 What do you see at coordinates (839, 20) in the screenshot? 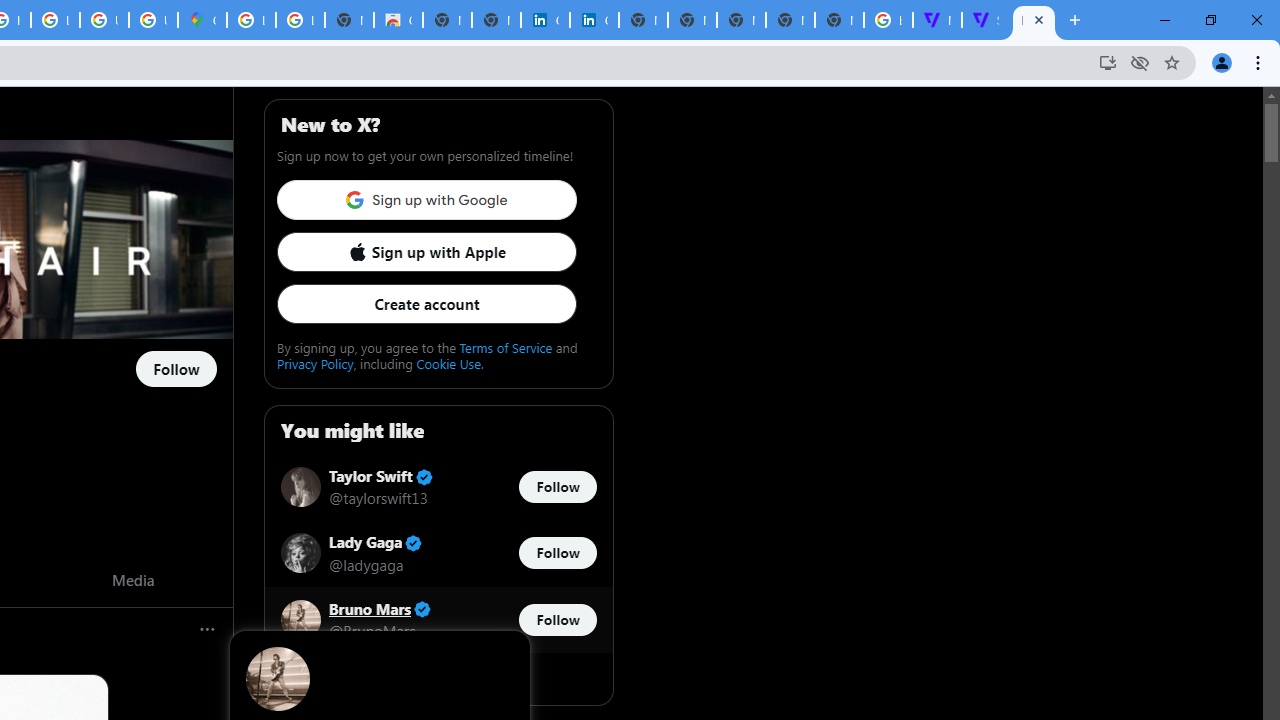
I see `'New Tab'` at bounding box center [839, 20].